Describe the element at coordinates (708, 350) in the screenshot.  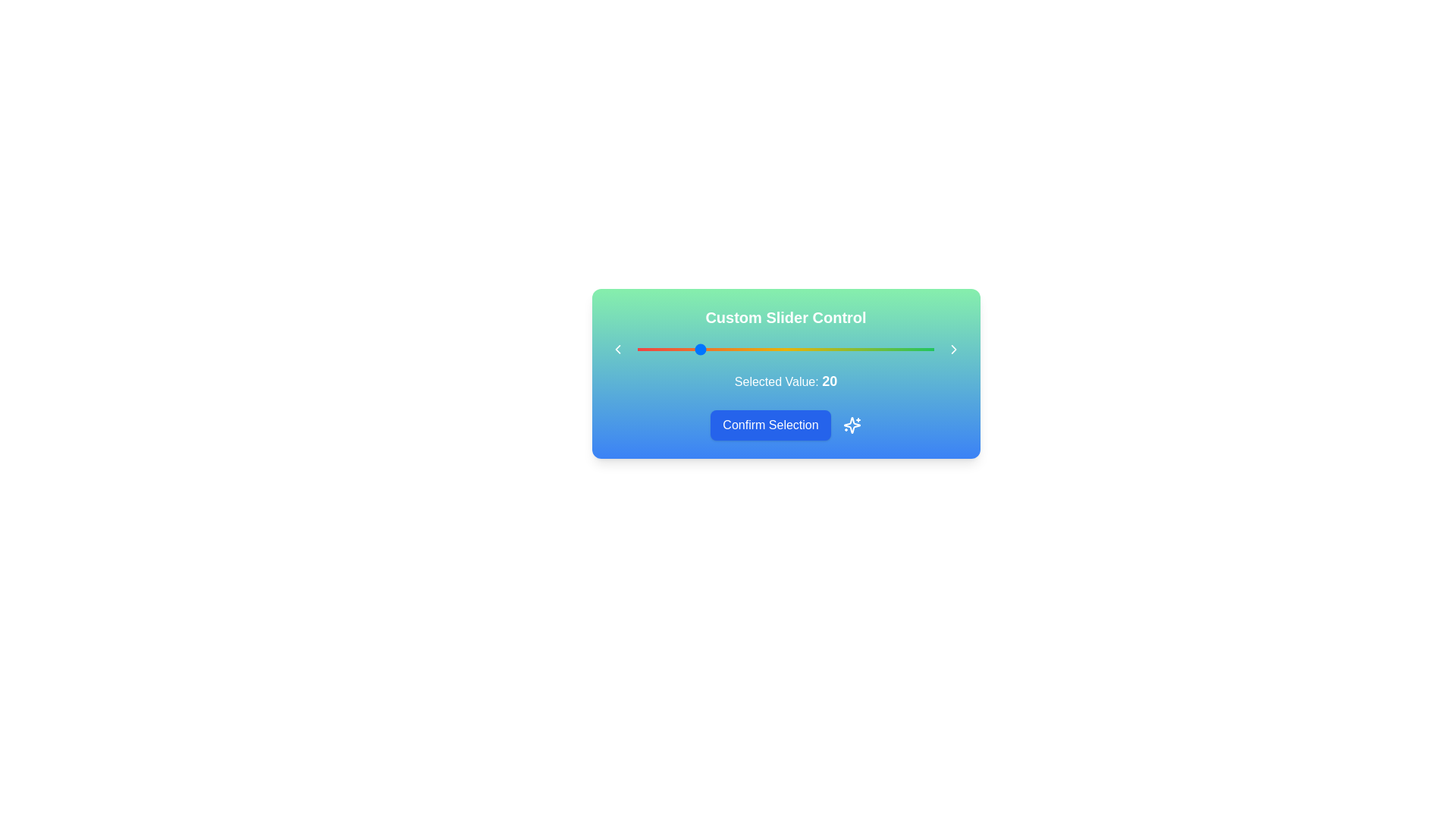
I see `the slider to 24 by dragging the handle` at that location.